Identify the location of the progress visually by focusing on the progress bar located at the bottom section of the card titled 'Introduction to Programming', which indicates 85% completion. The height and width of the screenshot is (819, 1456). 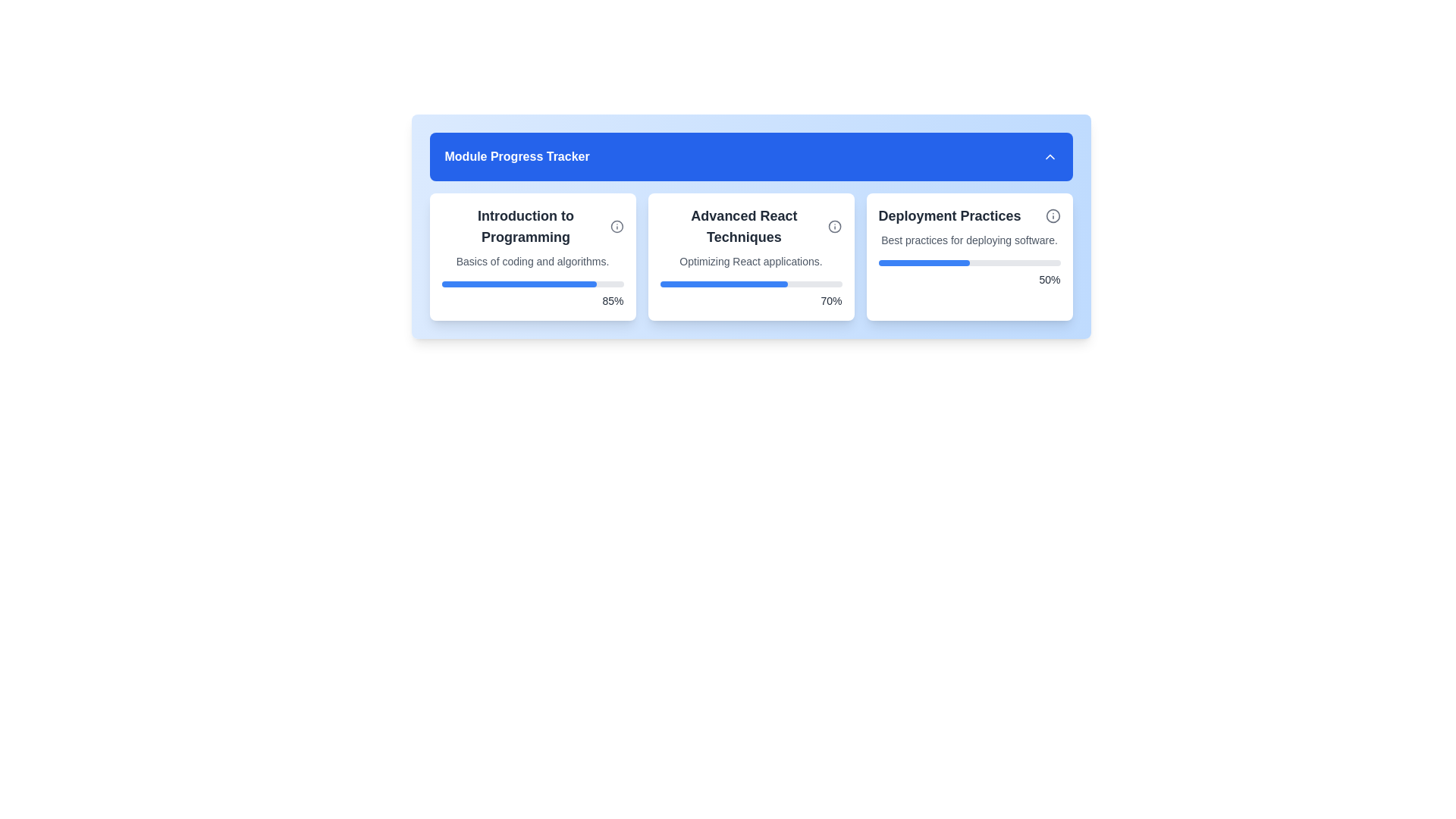
(532, 284).